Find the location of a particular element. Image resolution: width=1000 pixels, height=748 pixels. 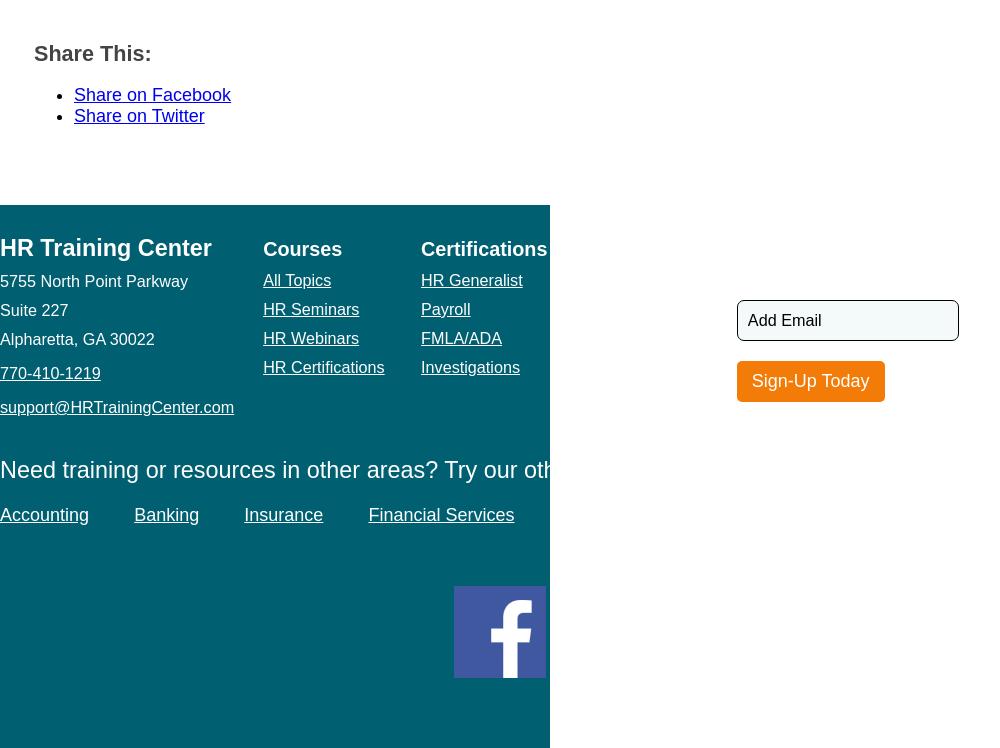

'Share on Twitter' is located at coordinates (73, 116).